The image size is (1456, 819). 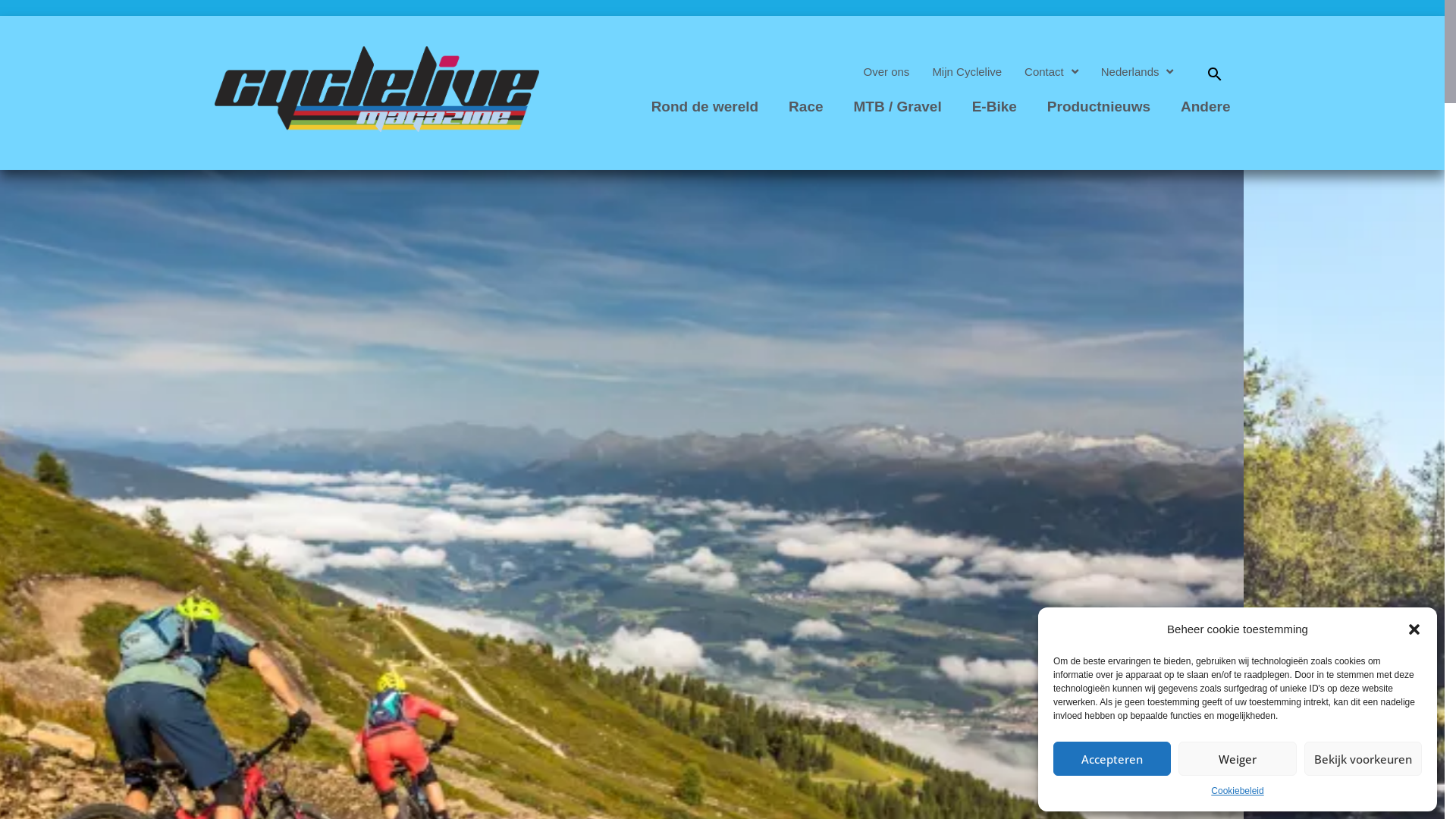 What do you see at coordinates (1363, 758) in the screenshot?
I see `'Bekijk voorkeuren'` at bounding box center [1363, 758].